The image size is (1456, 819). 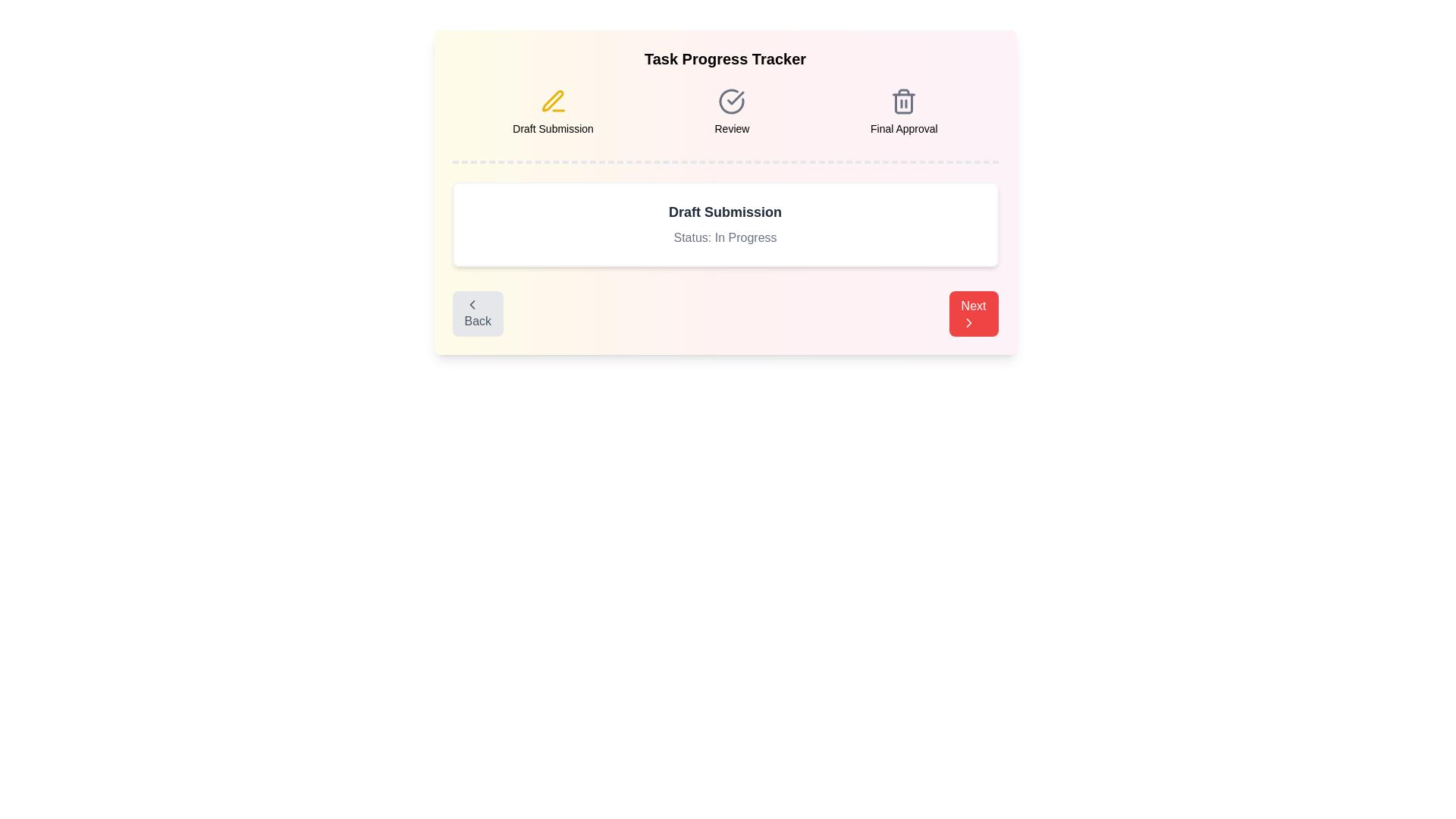 What do you see at coordinates (552, 102) in the screenshot?
I see `the task icon for Draft Submission to reveal additional information` at bounding box center [552, 102].